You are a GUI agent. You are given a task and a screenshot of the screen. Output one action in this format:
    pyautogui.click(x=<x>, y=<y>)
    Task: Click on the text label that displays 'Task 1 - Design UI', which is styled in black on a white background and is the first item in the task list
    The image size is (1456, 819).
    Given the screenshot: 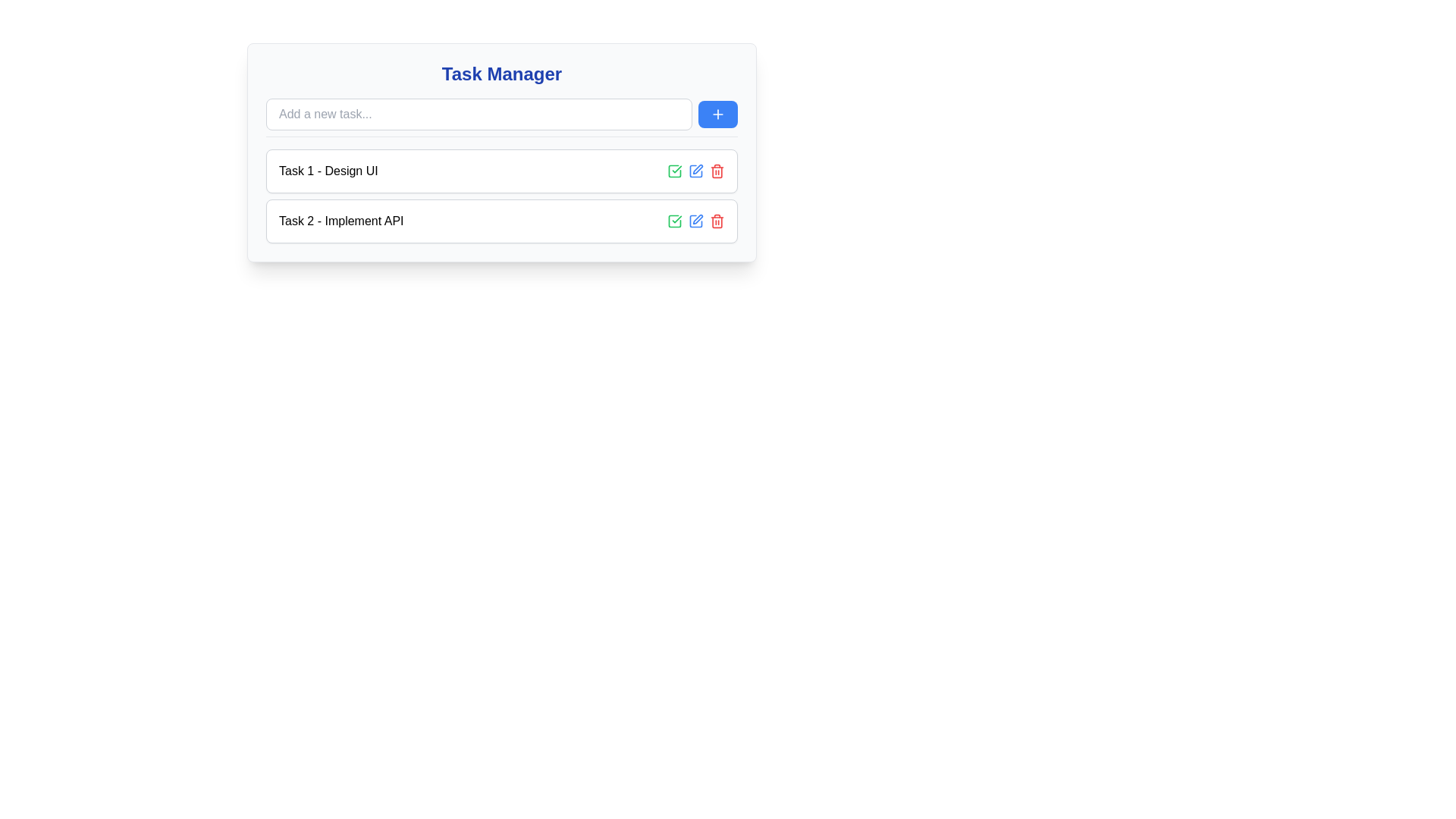 What is the action you would take?
    pyautogui.click(x=328, y=171)
    